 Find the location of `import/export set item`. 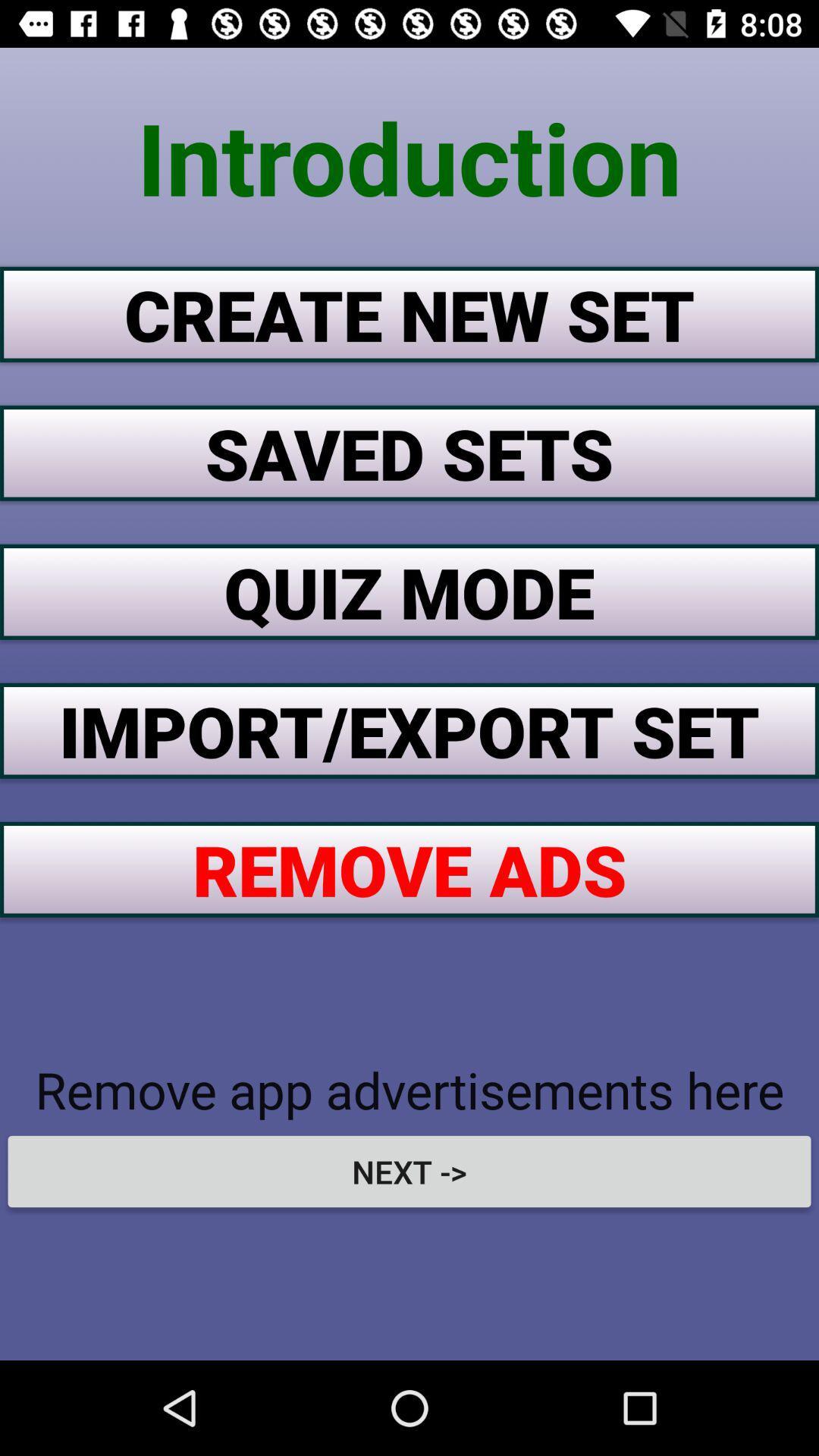

import/export set item is located at coordinates (409, 730).